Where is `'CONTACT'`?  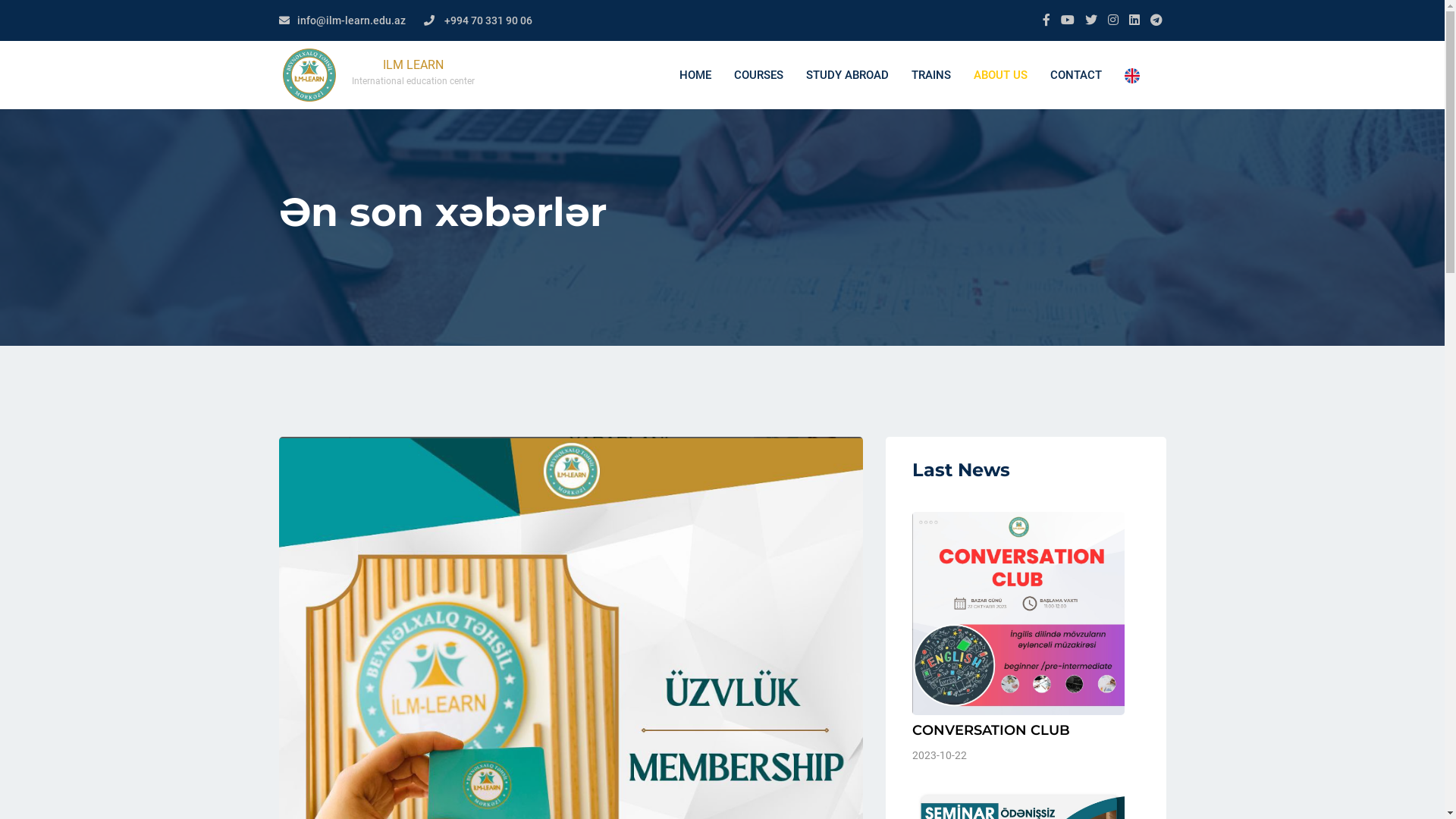 'CONTACT' is located at coordinates (1075, 75).